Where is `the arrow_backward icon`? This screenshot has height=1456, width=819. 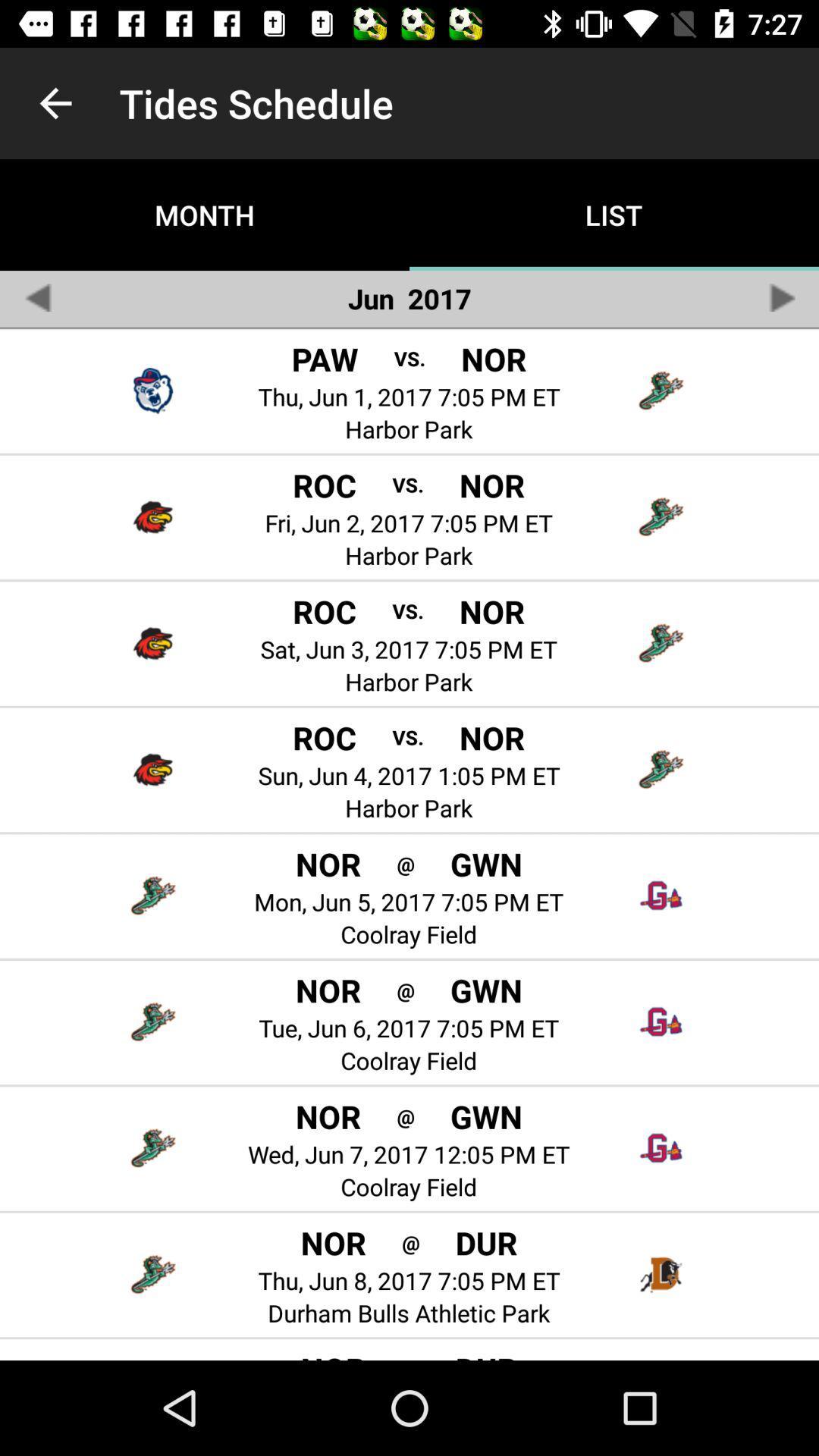 the arrow_backward icon is located at coordinates (36, 297).